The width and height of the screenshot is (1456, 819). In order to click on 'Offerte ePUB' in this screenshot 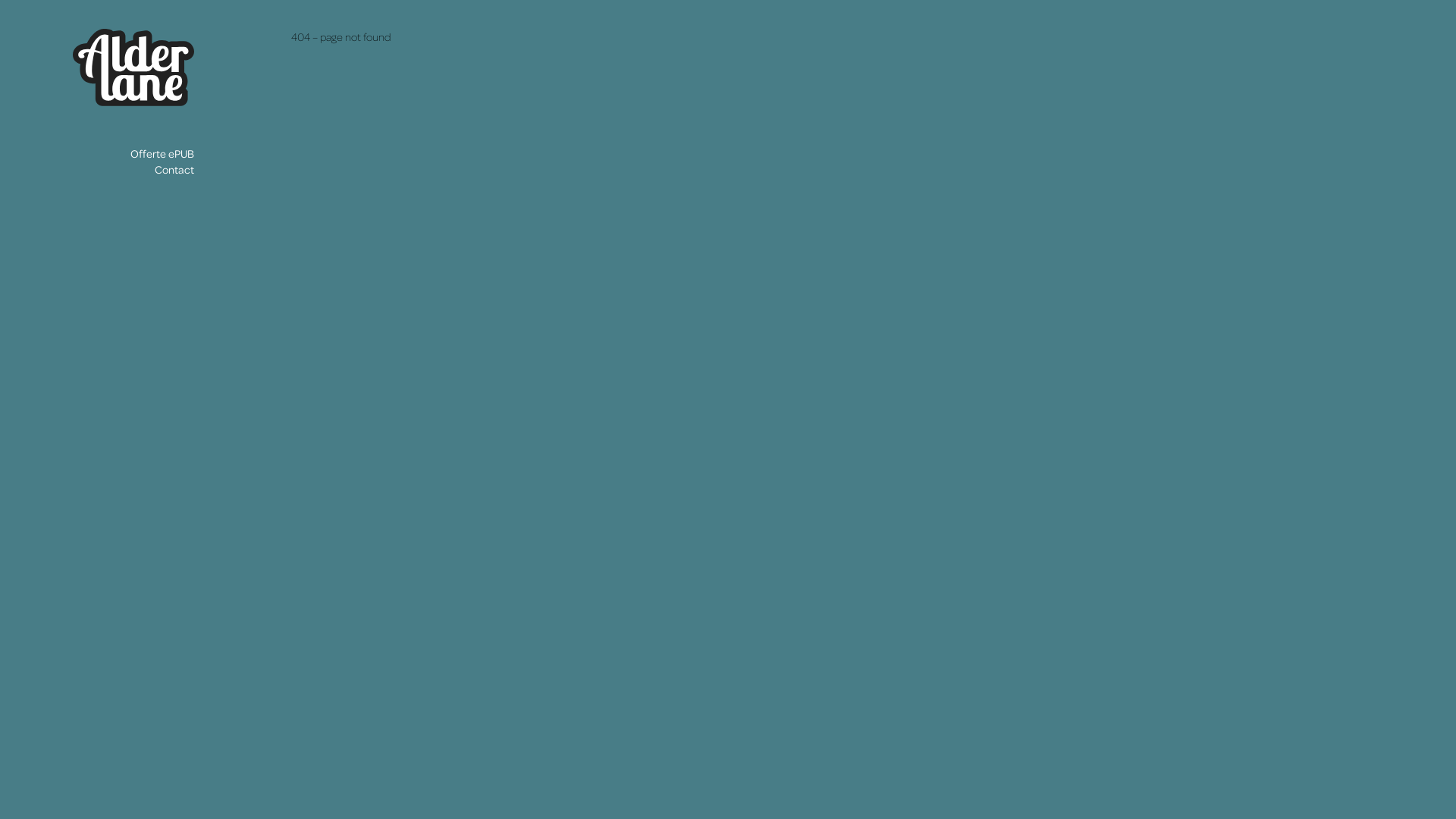, I will do `click(162, 153)`.